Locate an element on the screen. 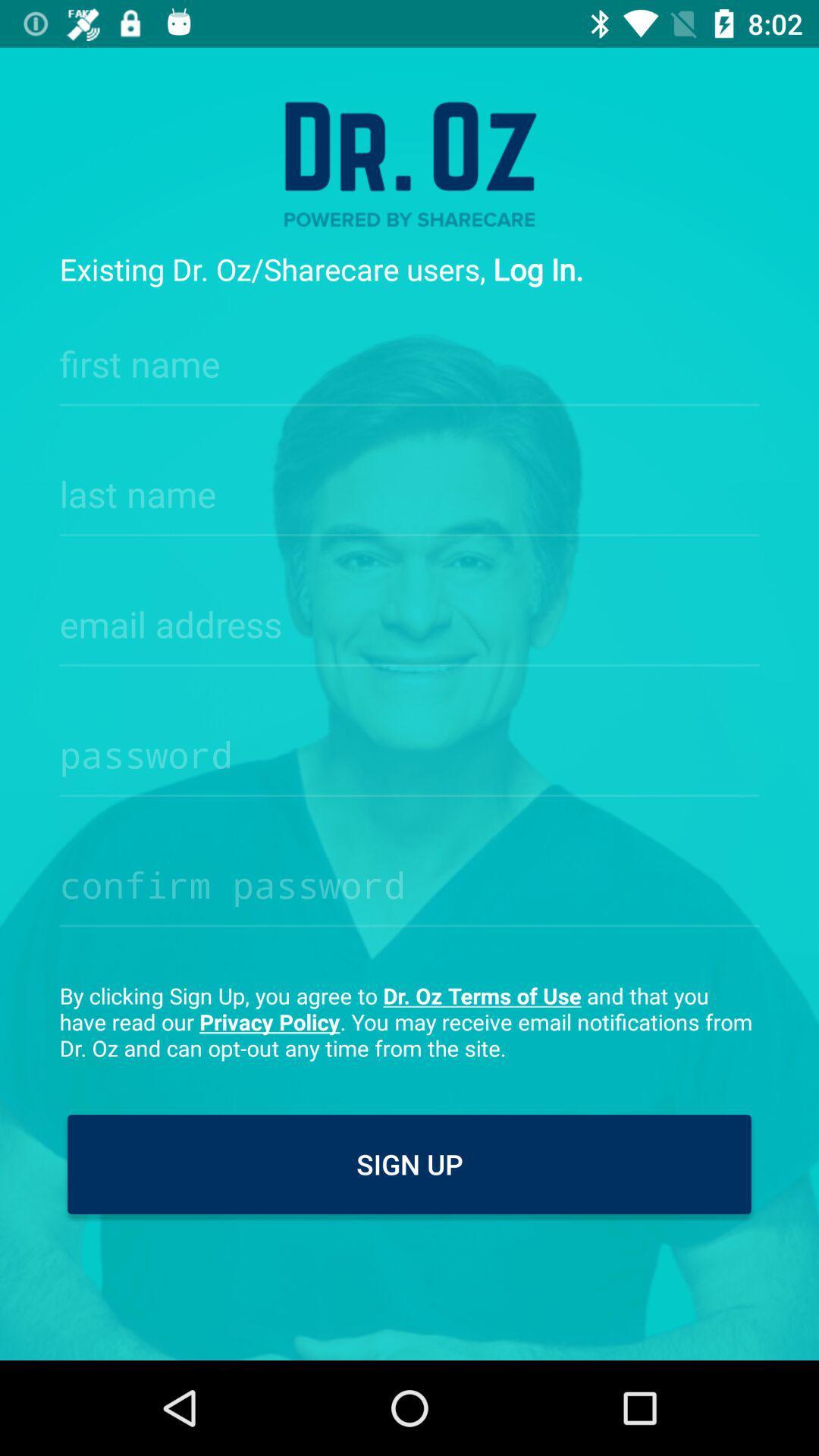 The height and width of the screenshot is (1456, 819). type password is located at coordinates (409, 880).